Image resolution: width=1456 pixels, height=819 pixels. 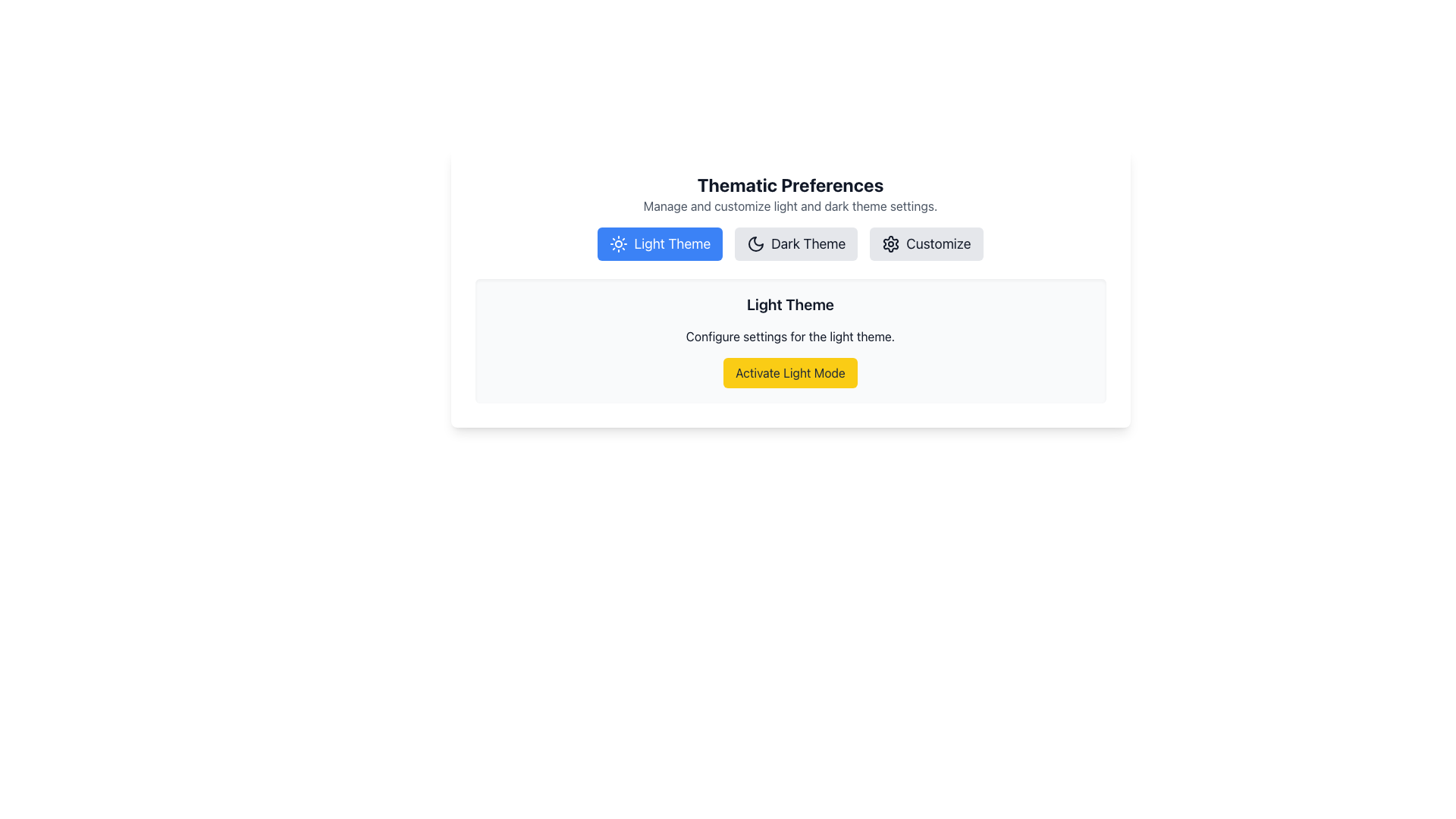 What do you see at coordinates (660, 243) in the screenshot?
I see `the light theme toggle button using keyboard navigation` at bounding box center [660, 243].